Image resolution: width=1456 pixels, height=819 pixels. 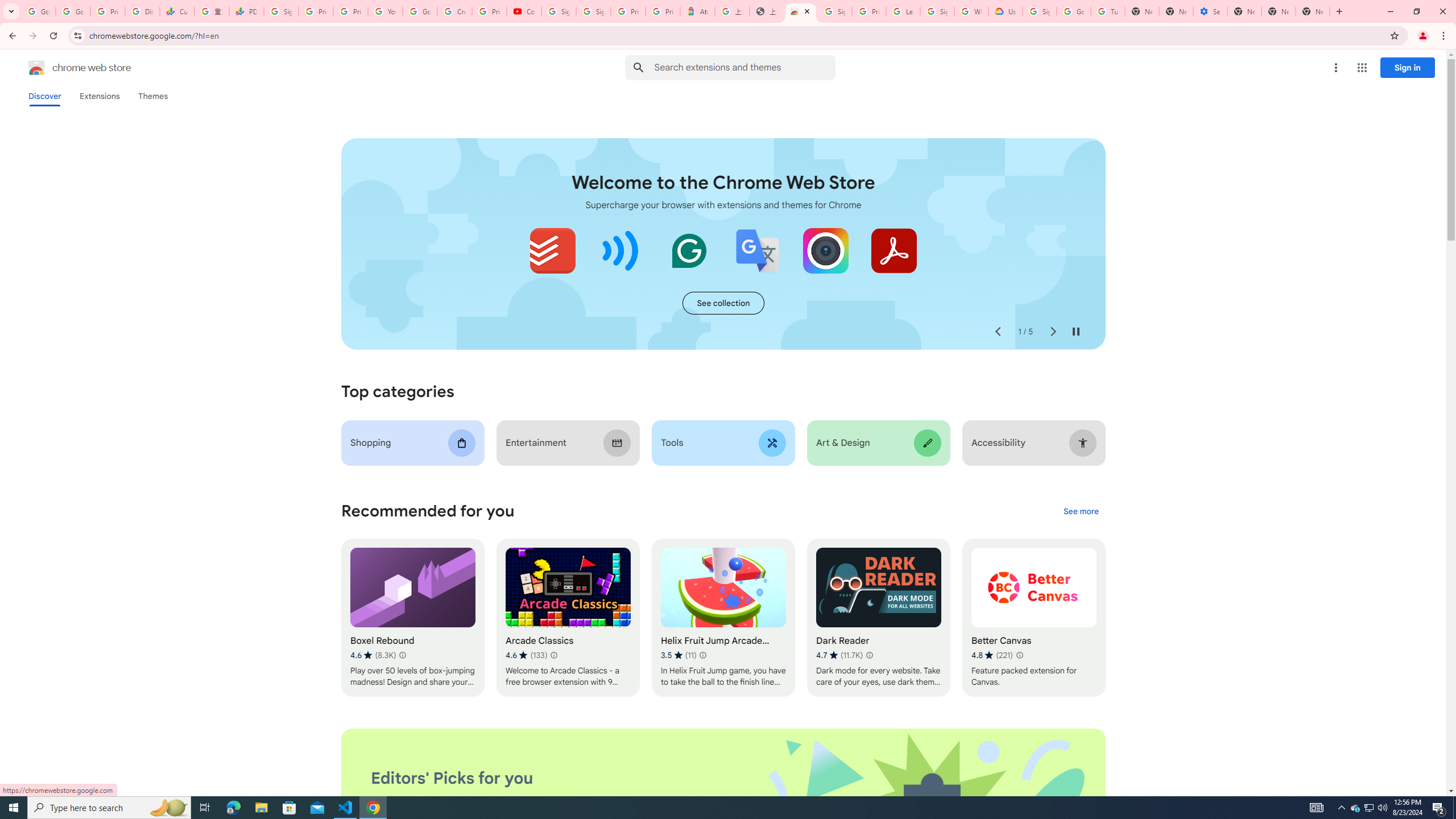 I want to click on 'Accessibility', so click(x=1033, y=442).